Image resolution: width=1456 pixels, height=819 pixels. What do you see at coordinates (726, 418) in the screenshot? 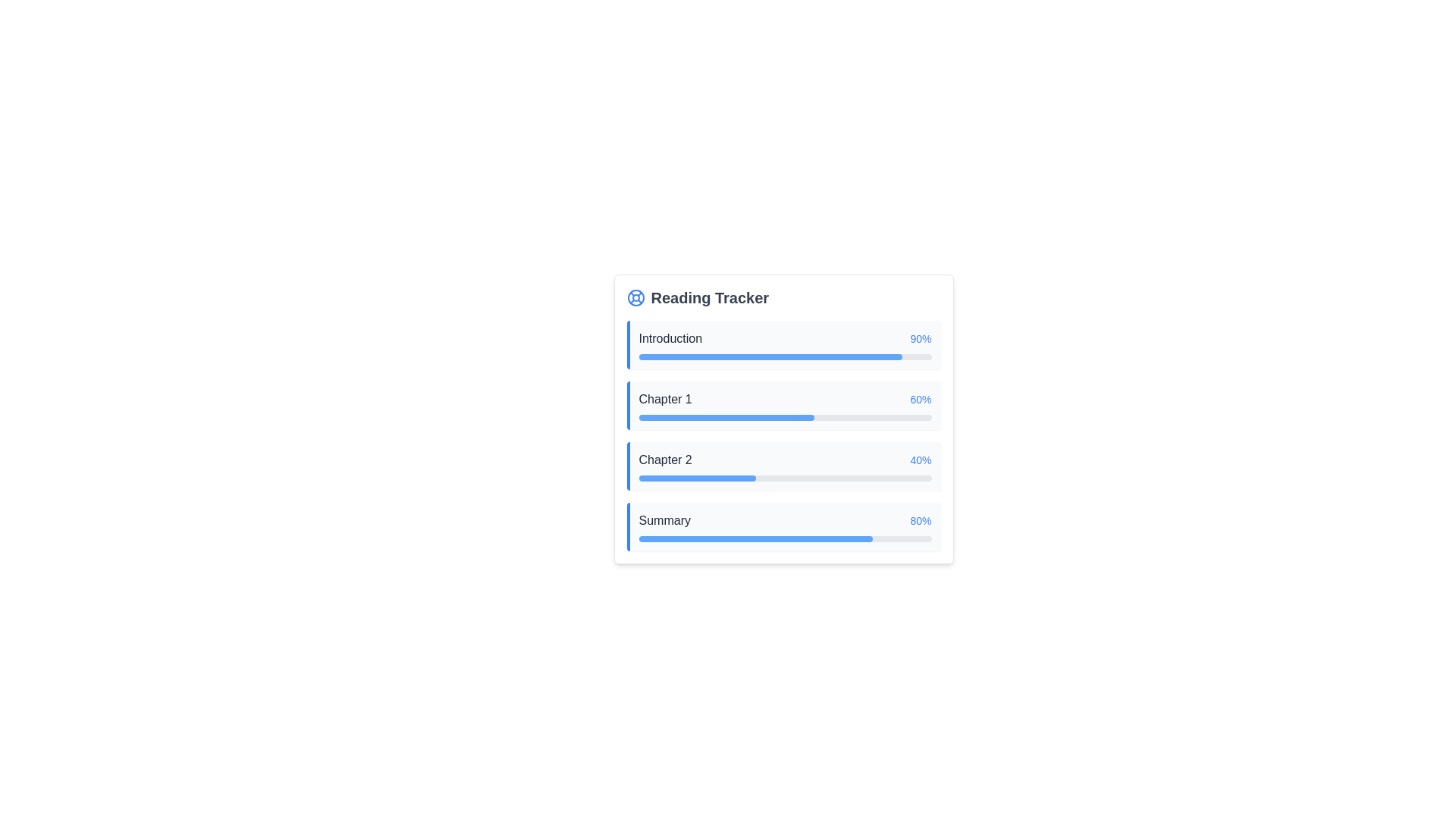
I see `the blue round-edged progress bar segment indicating completion for 'Chapter 1' in the tracker widget` at bounding box center [726, 418].